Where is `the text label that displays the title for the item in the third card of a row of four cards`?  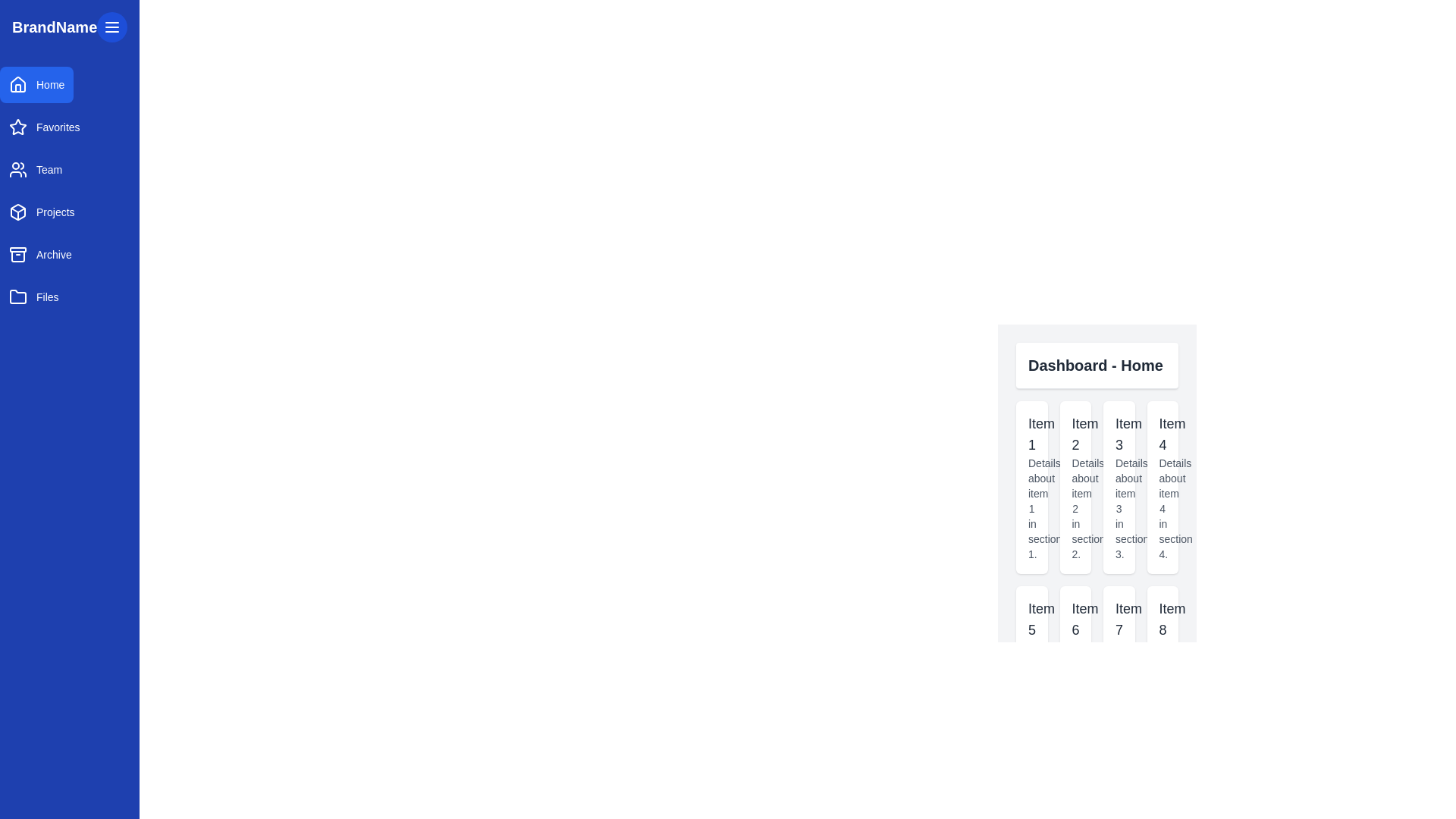
the text label that displays the title for the item in the third card of a row of four cards is located at coordinates (1119, 435).